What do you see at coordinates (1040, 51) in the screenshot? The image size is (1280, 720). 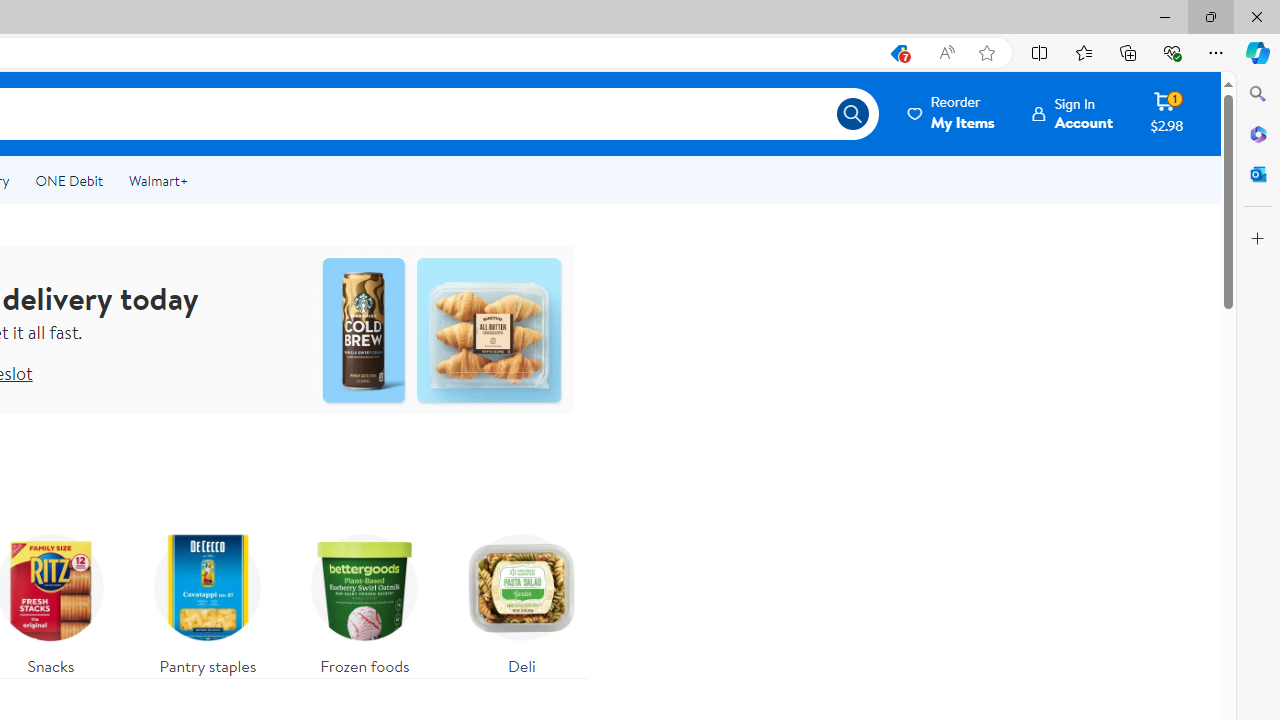 I see `'Split screen'` at bounding box center [1040, 51].